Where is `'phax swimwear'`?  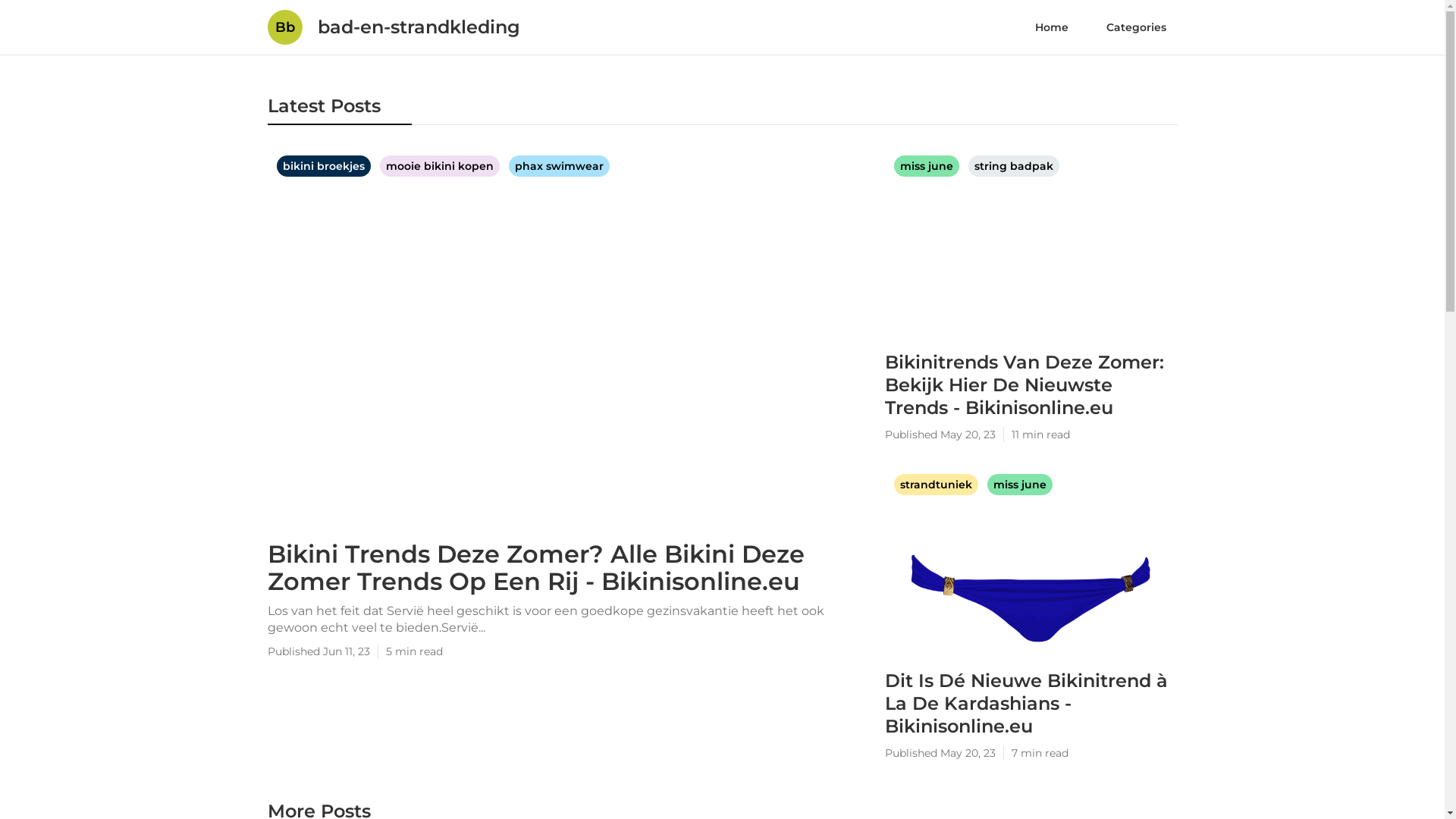 'phax swimwear' is located at coordinates (557, 166).